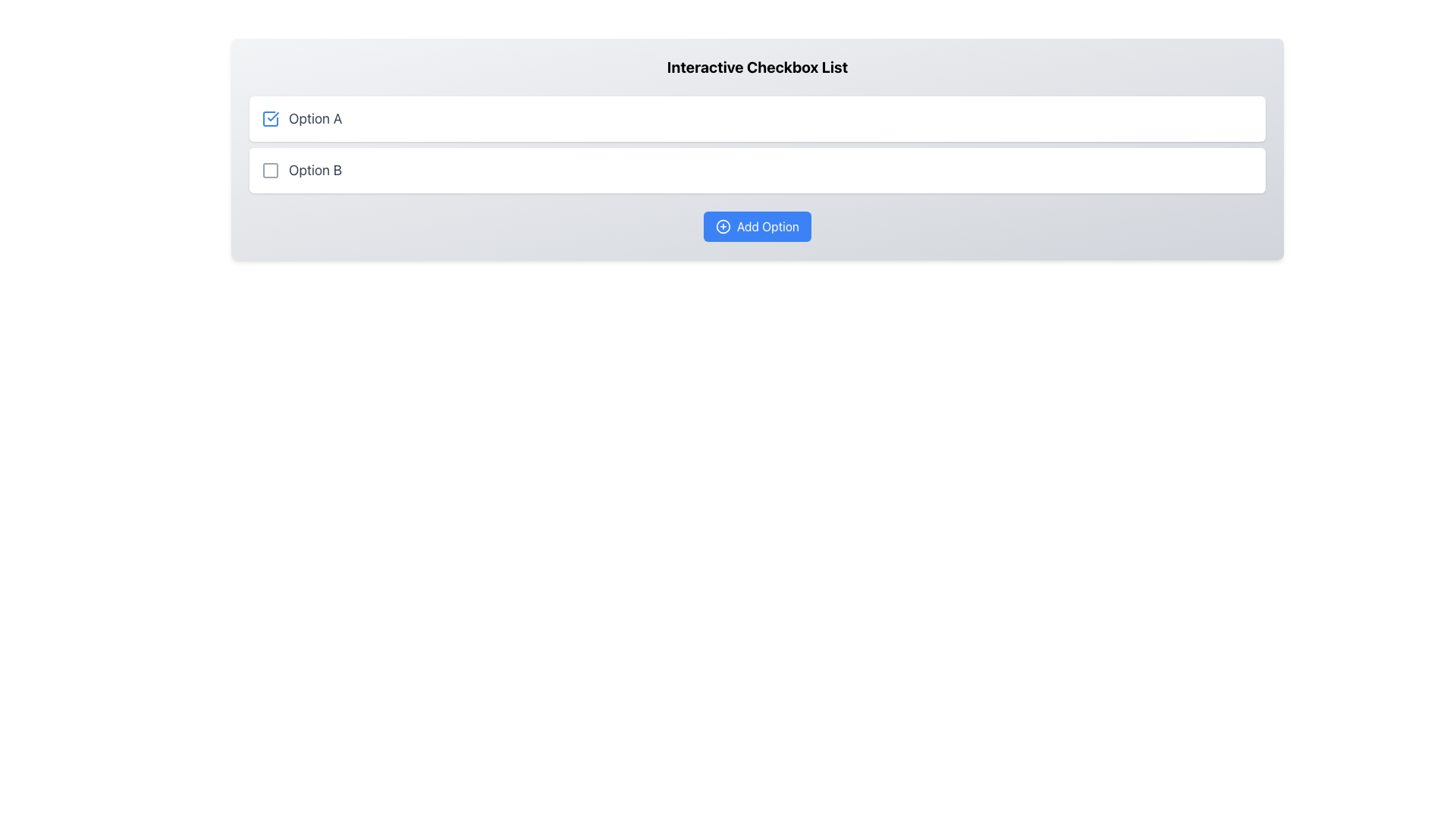 Image resolution: width=1456 pixels, height=819 pixels. What do you see at coordinates (757, 227) in the screenshot?
I see `the blue button with a plus sign icon and 'Add Option' text` at bounding box center [757, 227].